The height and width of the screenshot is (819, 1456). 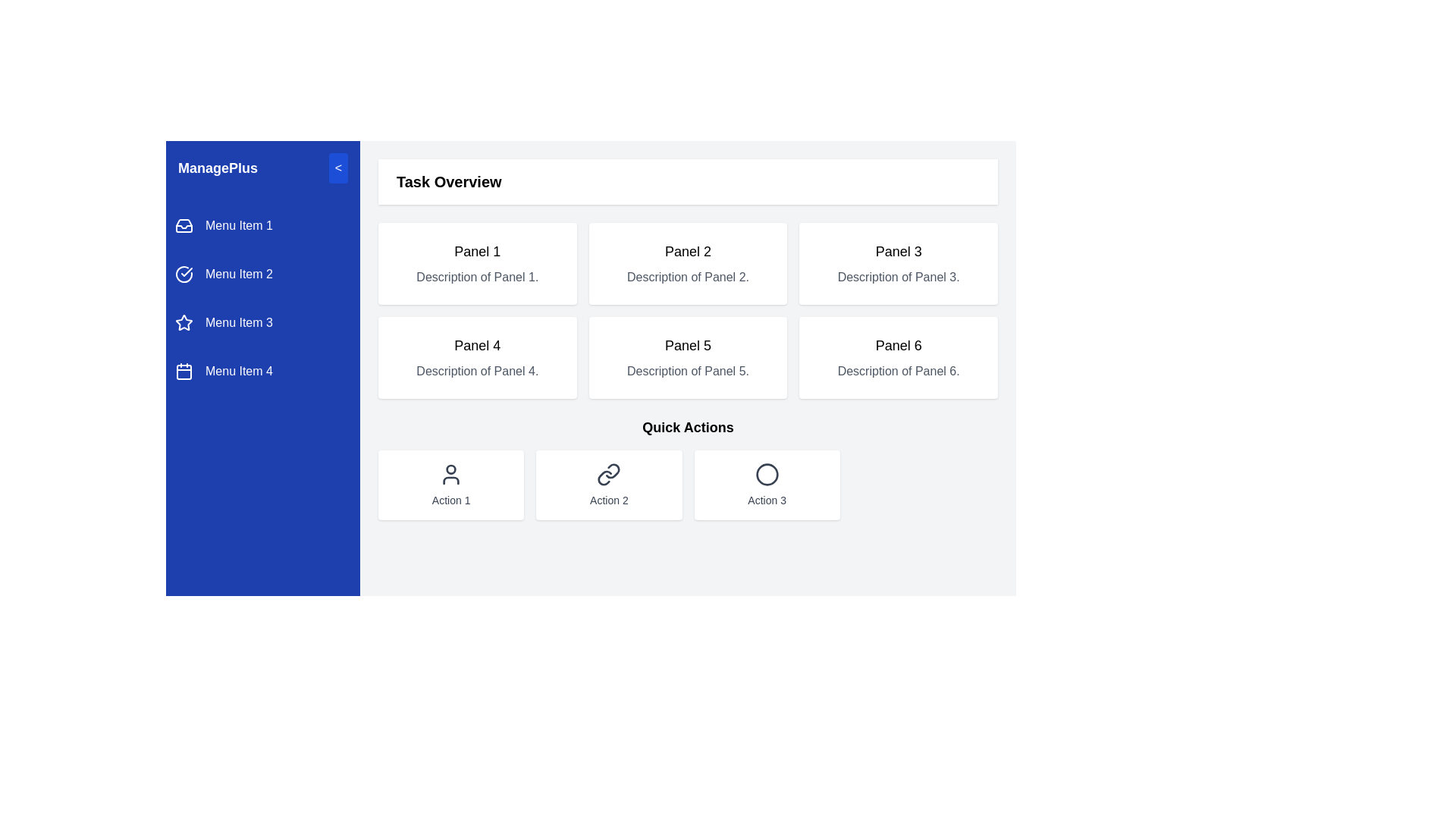 What do you see at coordinates (476, 262) in the screenshot?
I see `title and description of the informative panel titled 'Panel 1', which is the first item in the grid layout under the 'Task Overview'` at bounding box center [476, 262].